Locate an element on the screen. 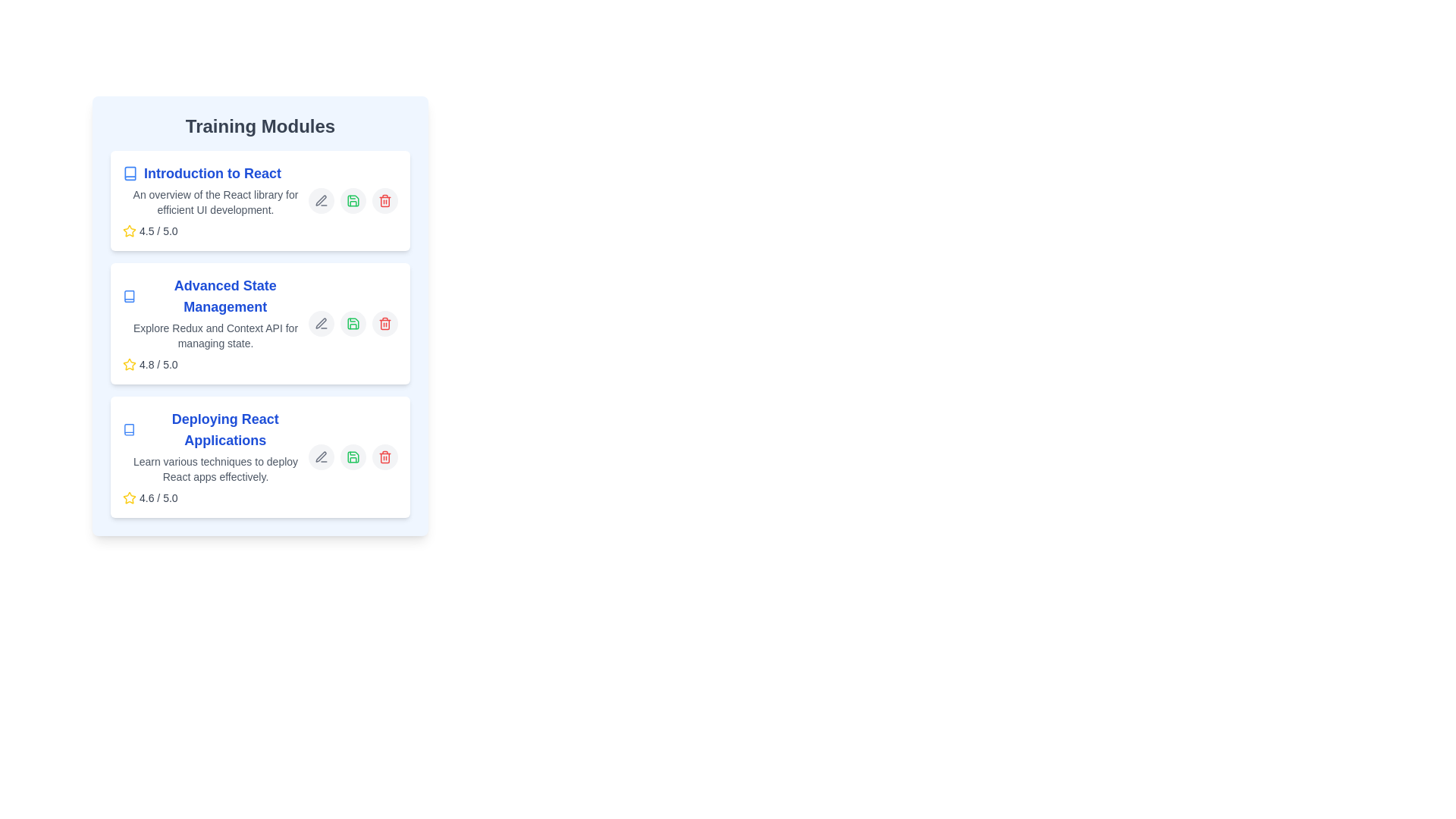 Image resolution: width=1456 pixels, height=819 pixels. the delete icon button for the 'Deploying React Applications' module in the 'Training Modules' section is located at coordinates (385, 456).